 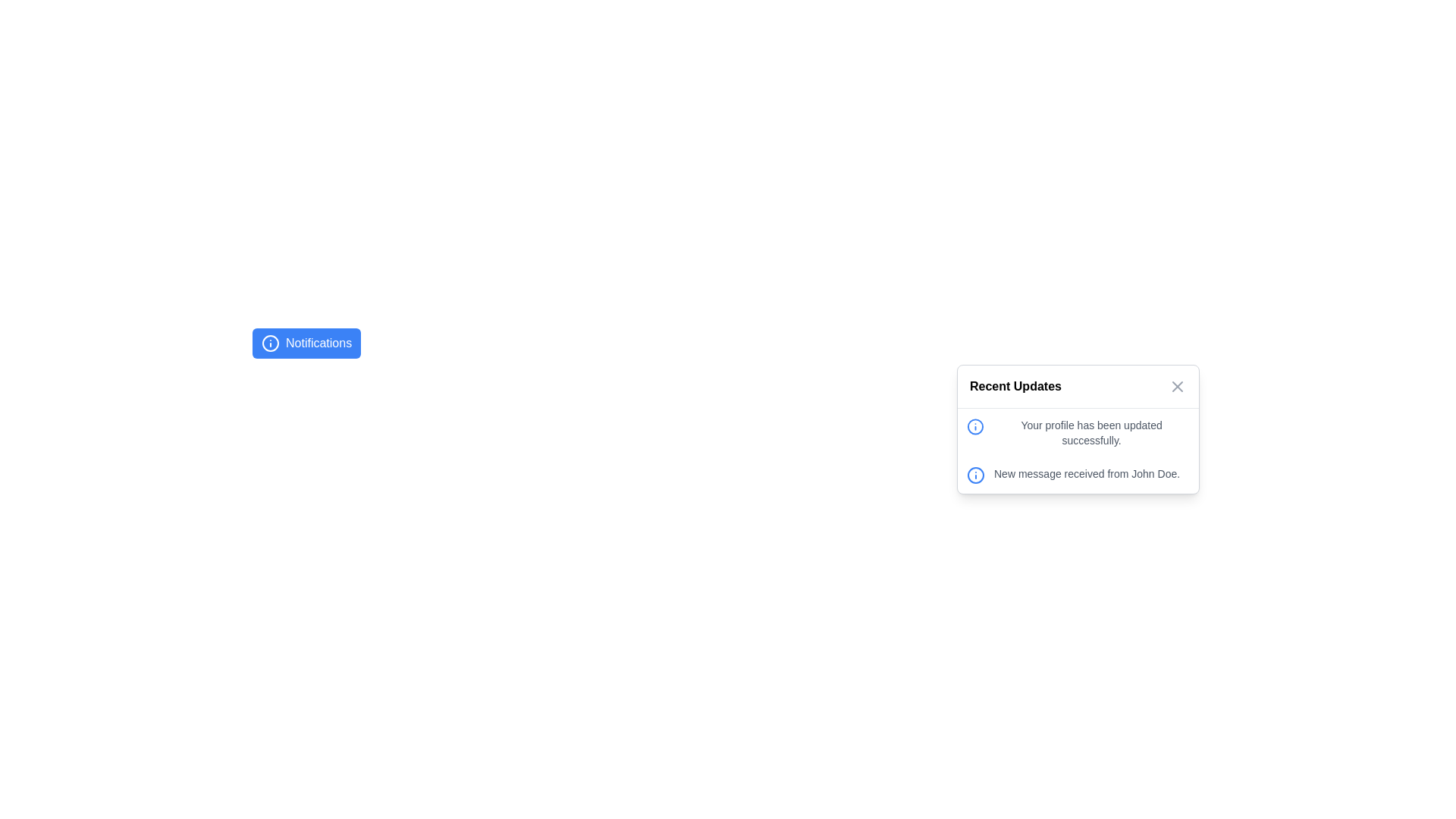 I want to click on the first notification card item in the 'Recent Updates' card to acknowledge or dismiss the profile update success notification, so click(x=1077, y=432).